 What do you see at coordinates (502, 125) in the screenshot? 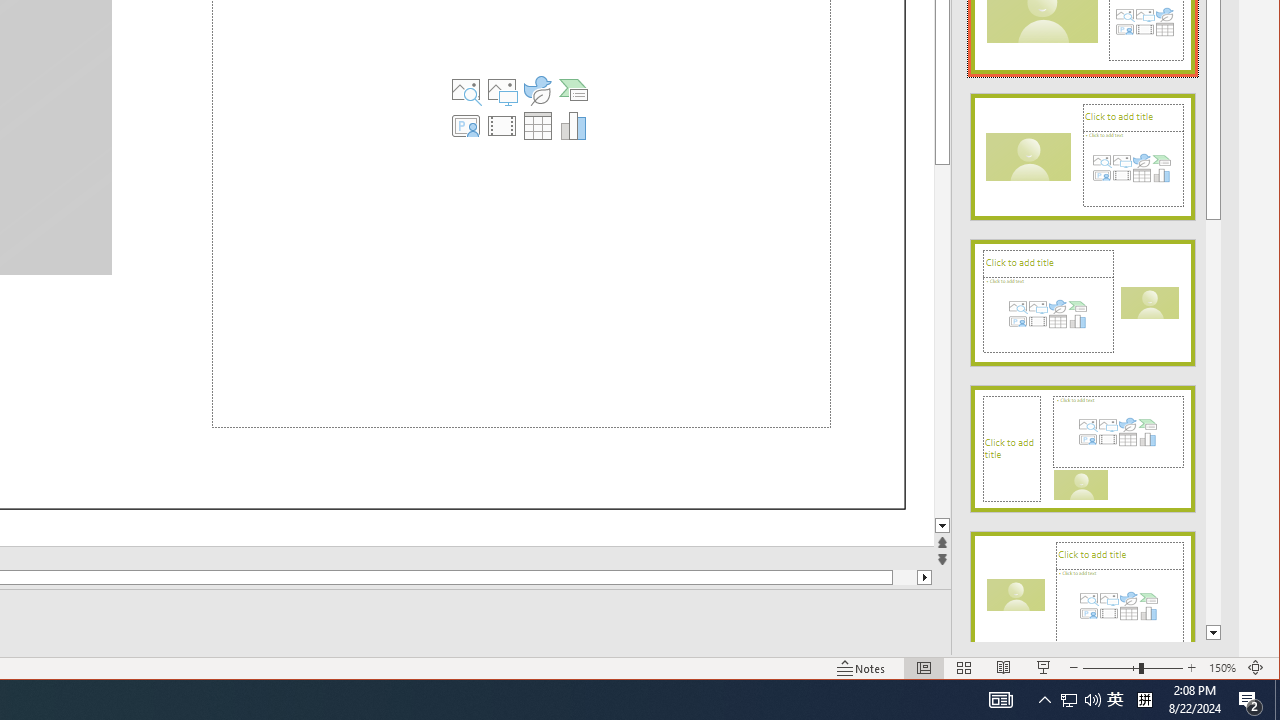
I see `'Insert Video'` at bounding box center [502, 125].